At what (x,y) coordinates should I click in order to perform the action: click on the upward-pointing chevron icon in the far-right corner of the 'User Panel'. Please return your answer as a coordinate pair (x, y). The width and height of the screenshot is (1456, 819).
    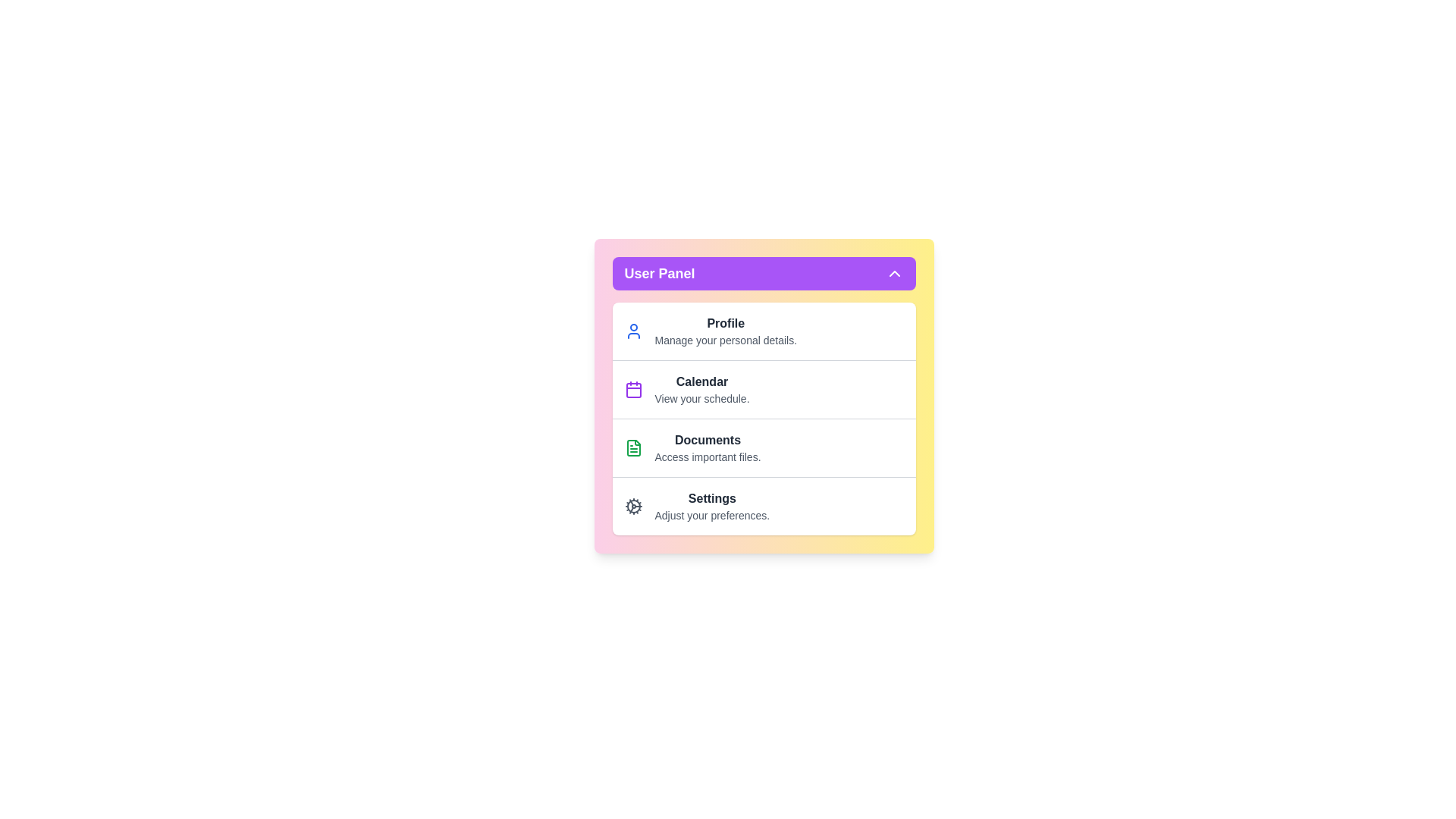
    Looking at the image, I should click on (894, 274).